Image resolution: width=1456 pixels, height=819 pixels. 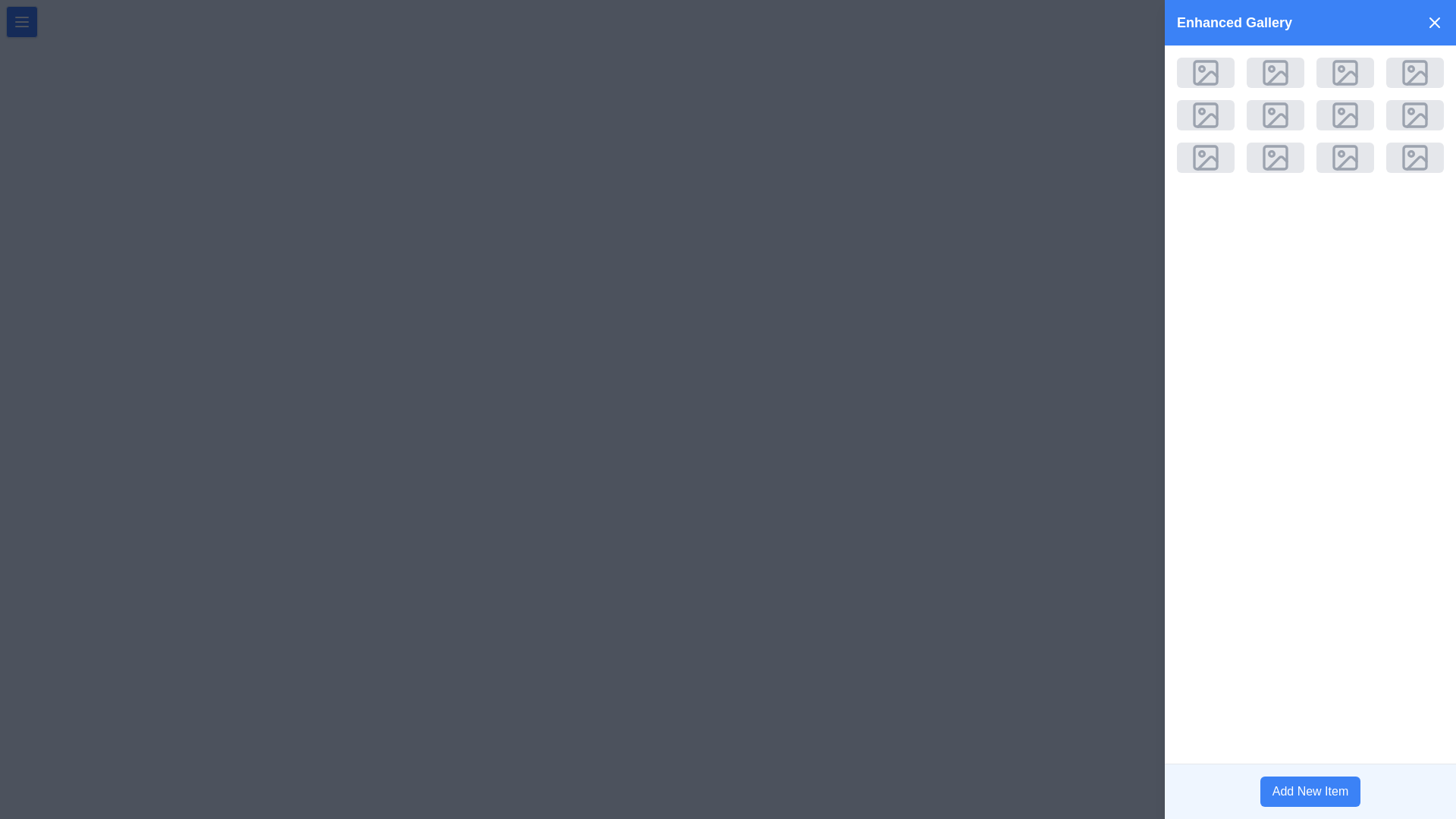 I want to click on the main rectangular body of the image placeholder icon, which serves as the background for the icon's components, so click(x=1274, y=73).